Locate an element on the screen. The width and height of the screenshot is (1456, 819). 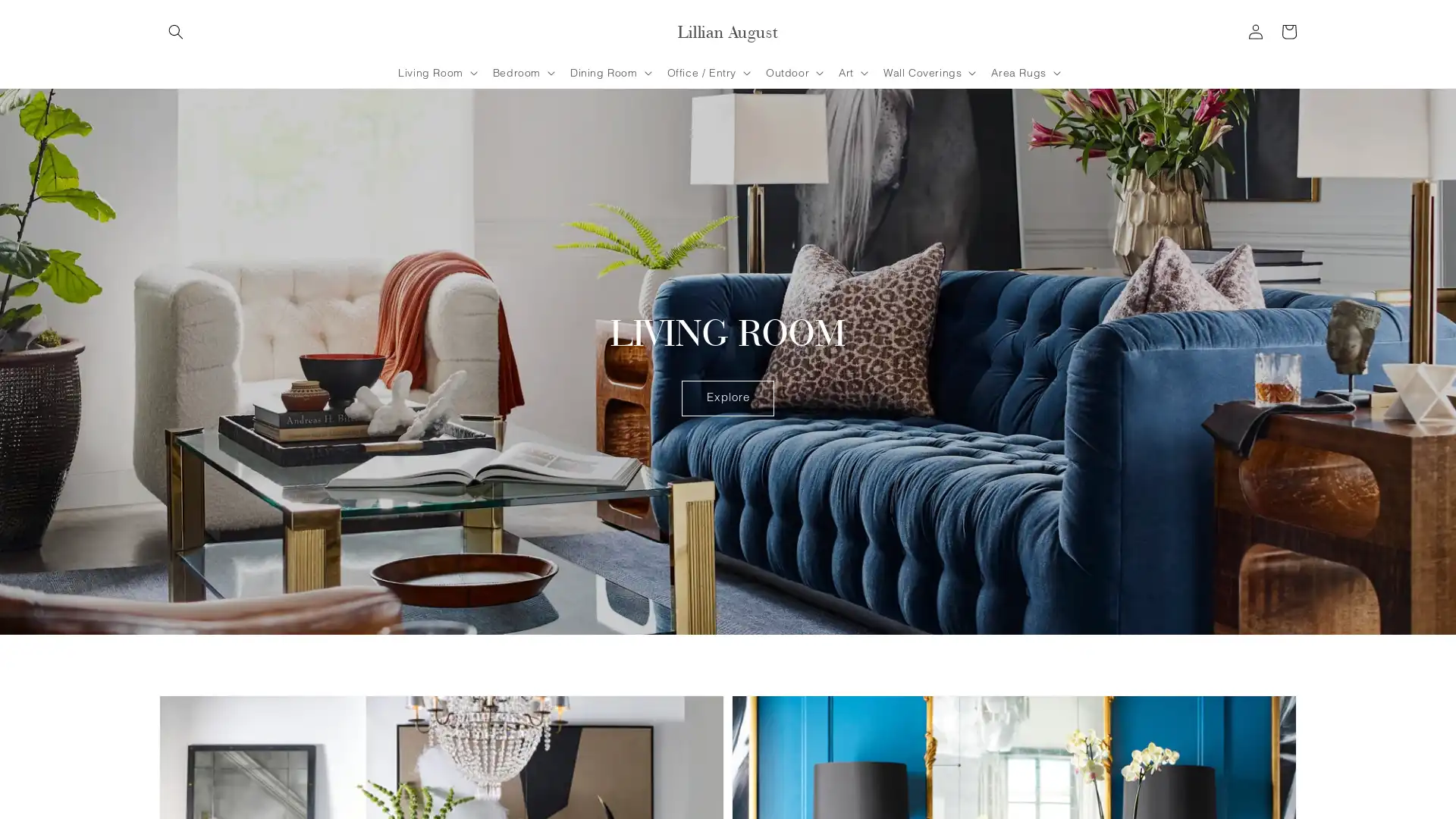
Living Room is located at coordinates (435, 72).